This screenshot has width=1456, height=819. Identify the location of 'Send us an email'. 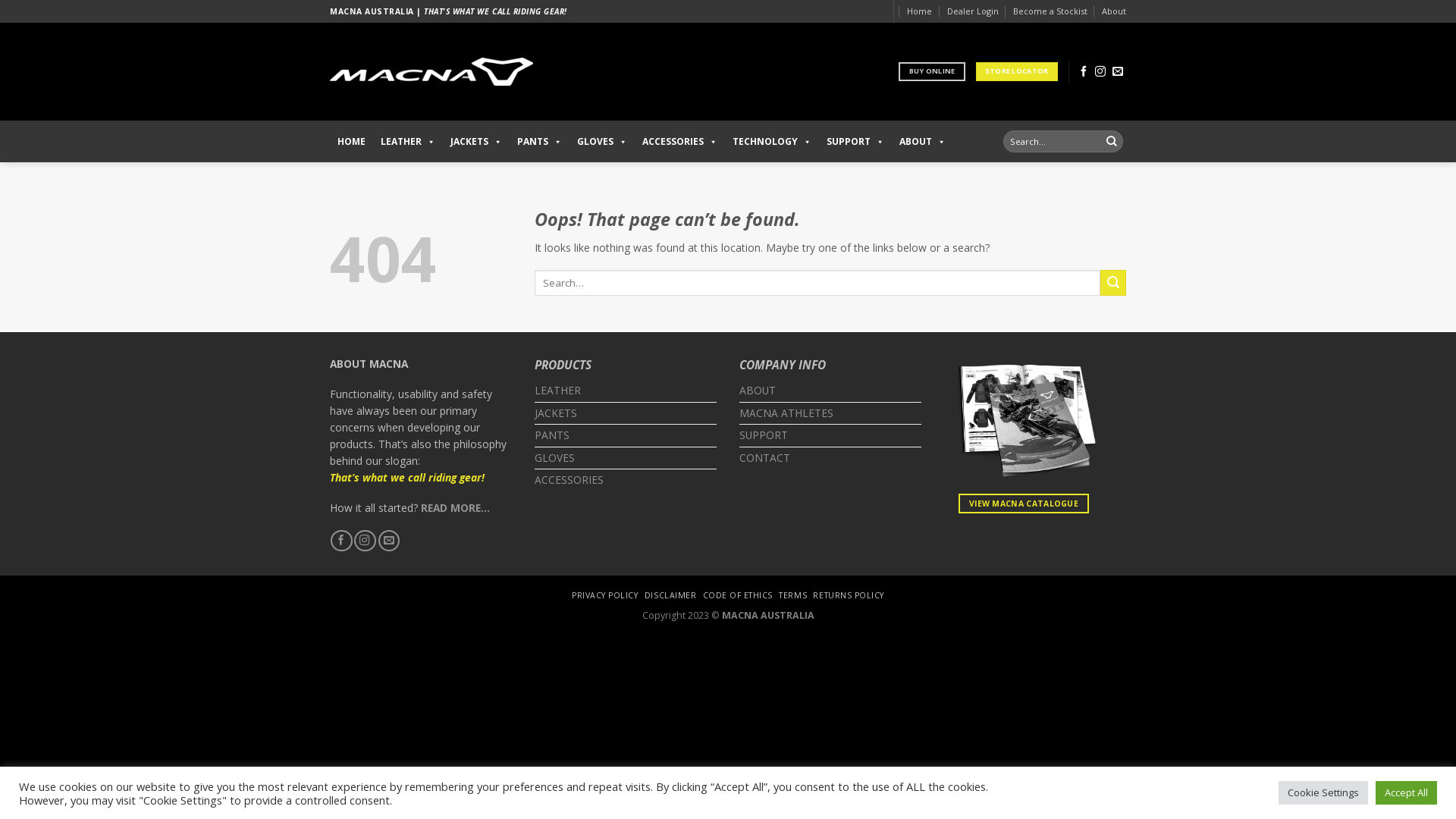
(389, 540).